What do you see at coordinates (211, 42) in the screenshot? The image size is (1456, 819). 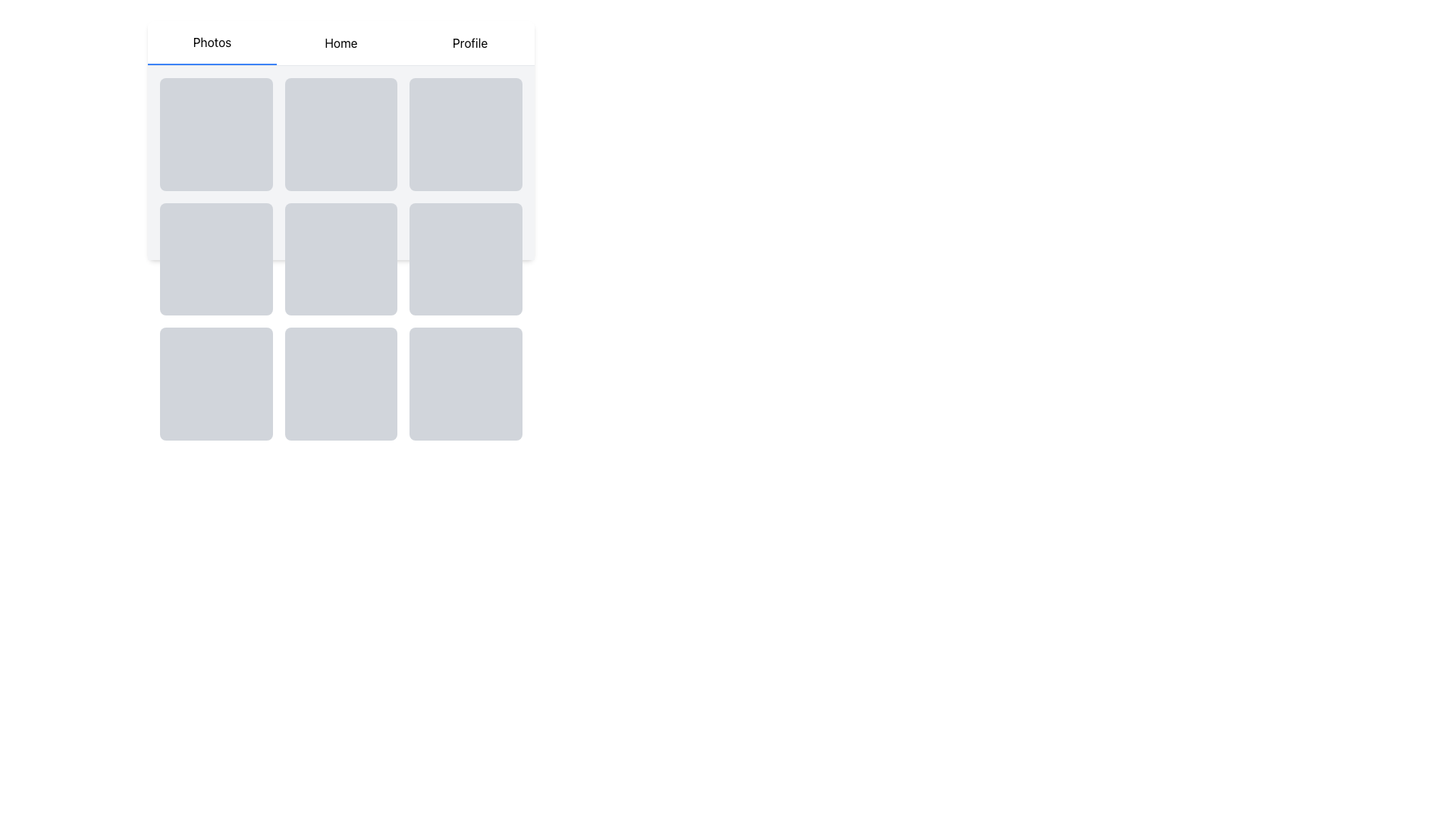 I see `the 'Photos' tab, which is a bold text label with a blue bottom border` at bounding box center [211, 42].